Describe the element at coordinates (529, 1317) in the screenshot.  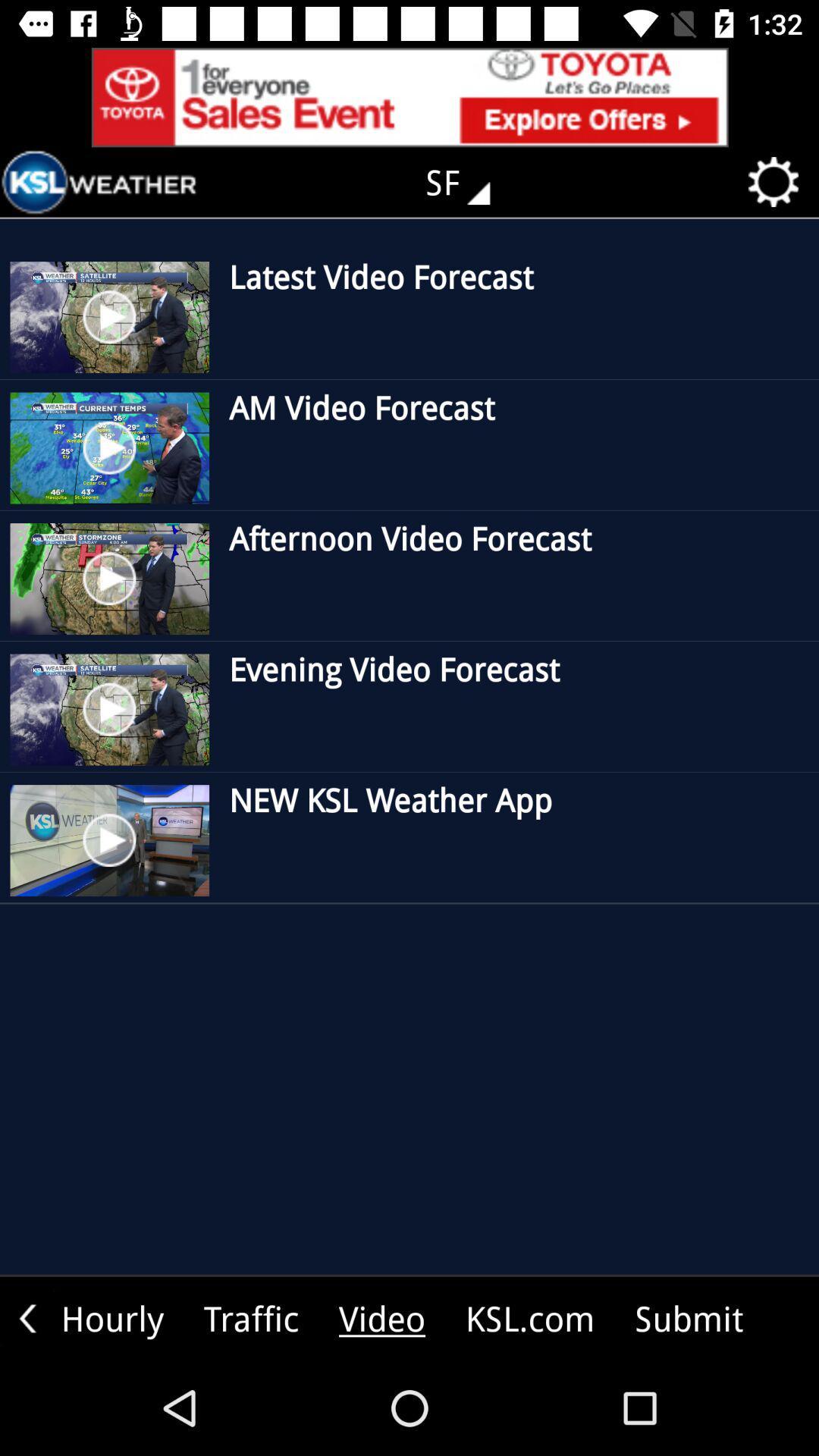
I see `the text beside video` at that location.